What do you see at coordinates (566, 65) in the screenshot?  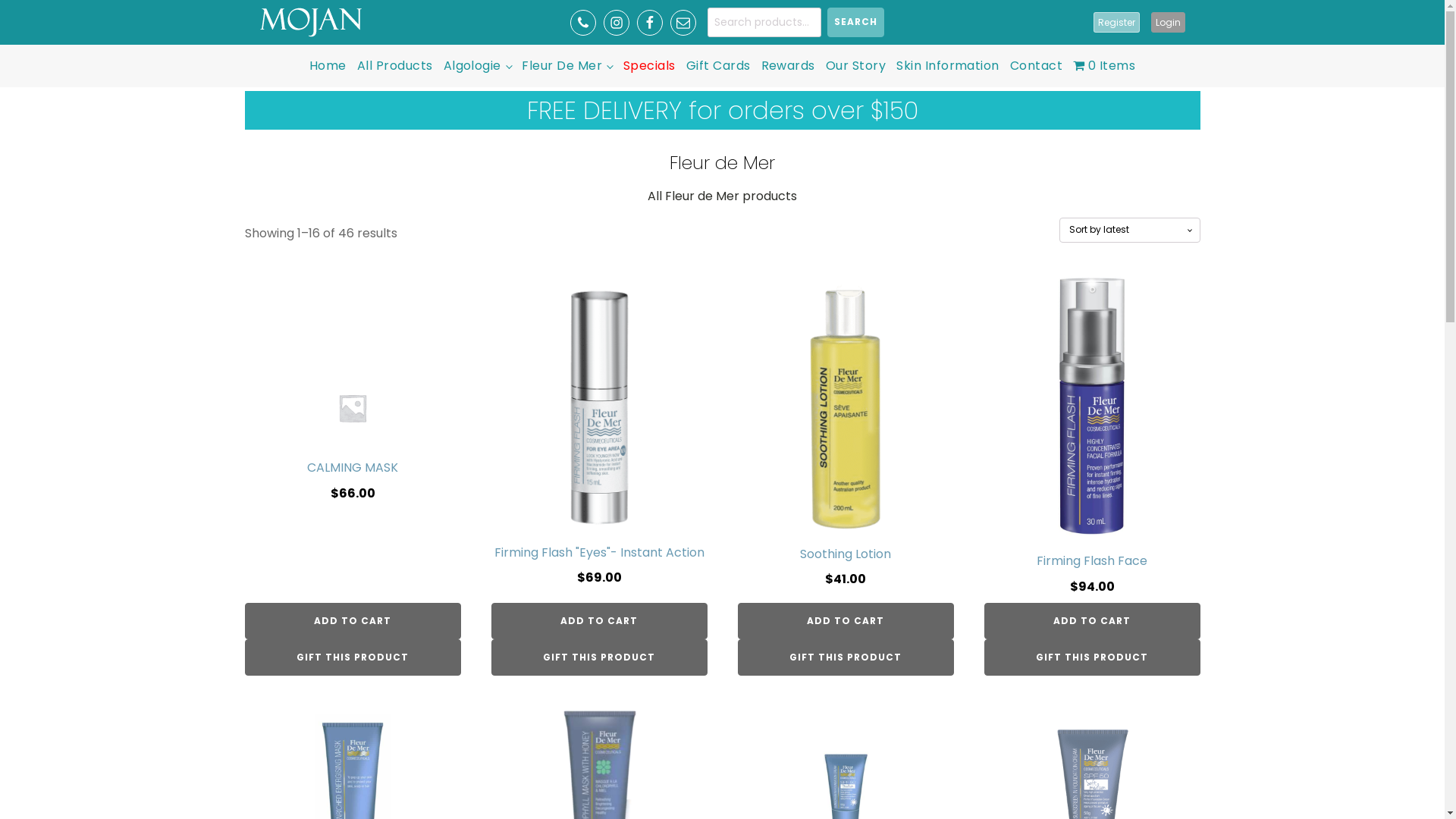 I see `'Fleur De Mer'` at bounding box center [566, 65].